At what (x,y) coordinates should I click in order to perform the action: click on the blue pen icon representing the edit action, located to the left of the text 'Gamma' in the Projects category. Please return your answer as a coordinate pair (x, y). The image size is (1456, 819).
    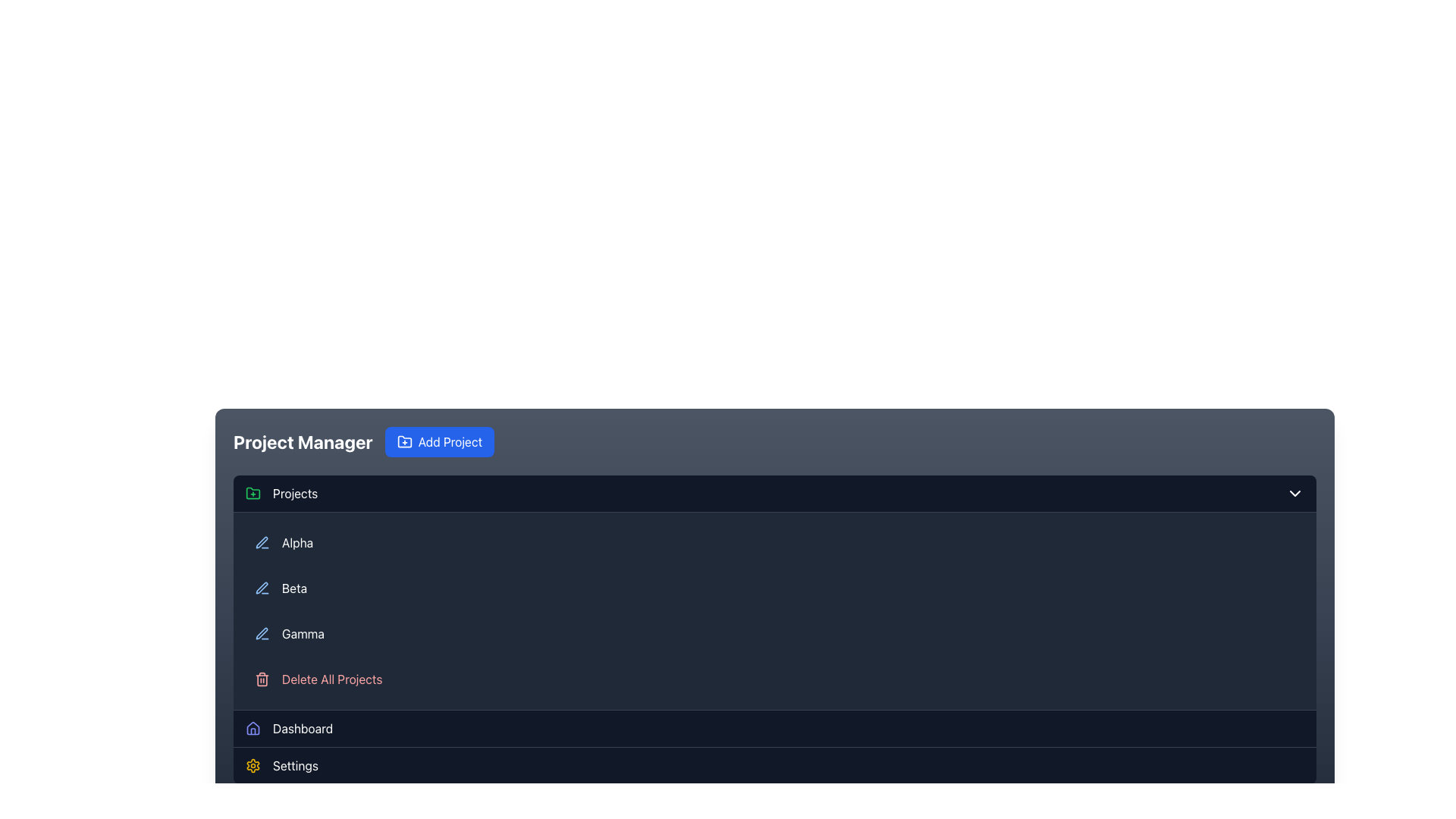
    Looking at the image, I should click on (262, 634).